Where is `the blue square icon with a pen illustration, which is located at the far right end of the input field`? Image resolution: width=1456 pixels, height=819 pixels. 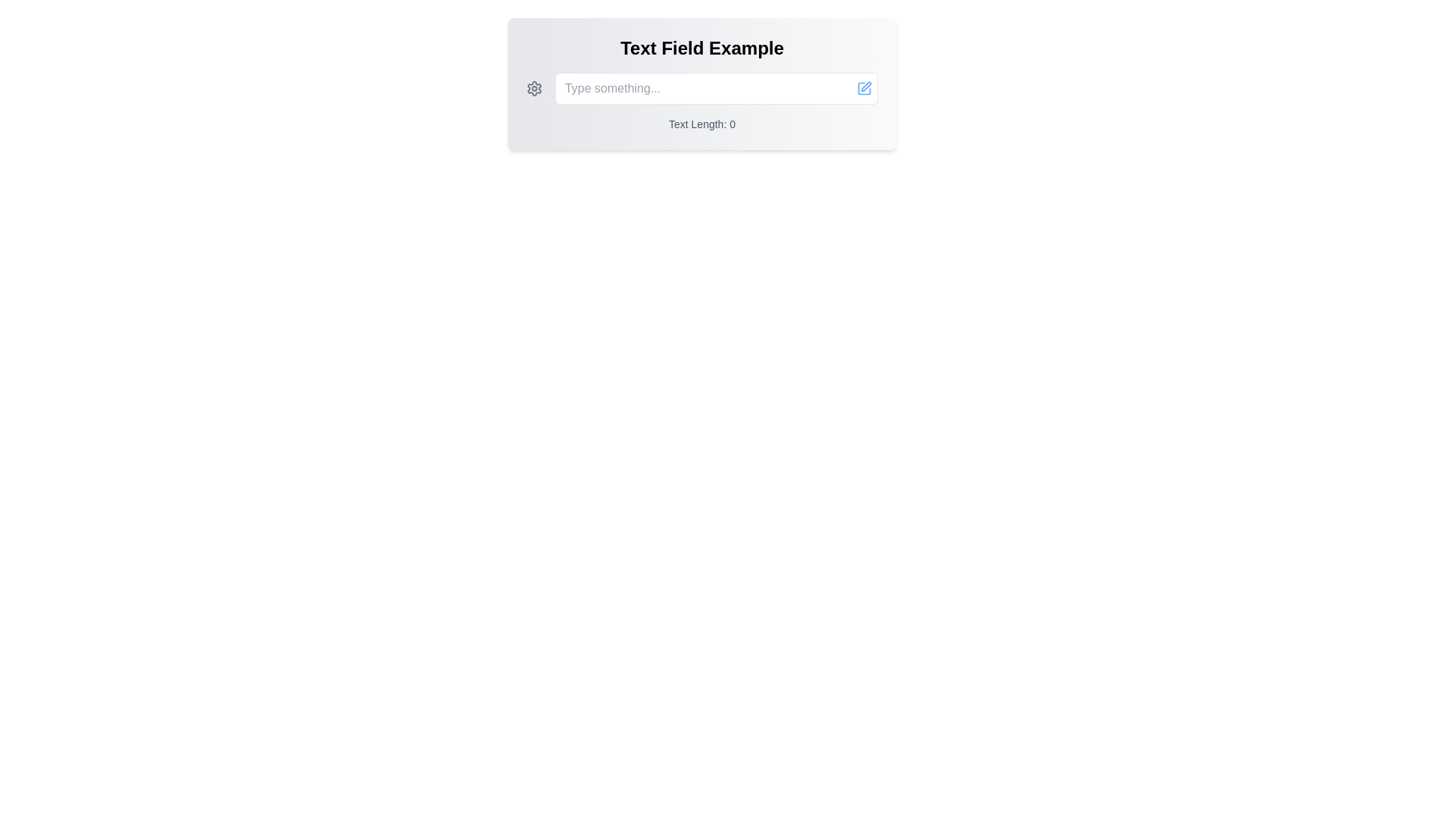 the blue square icon with a pen illustration, which is located at the far right end of the input field is located at coordinates (864, 88).